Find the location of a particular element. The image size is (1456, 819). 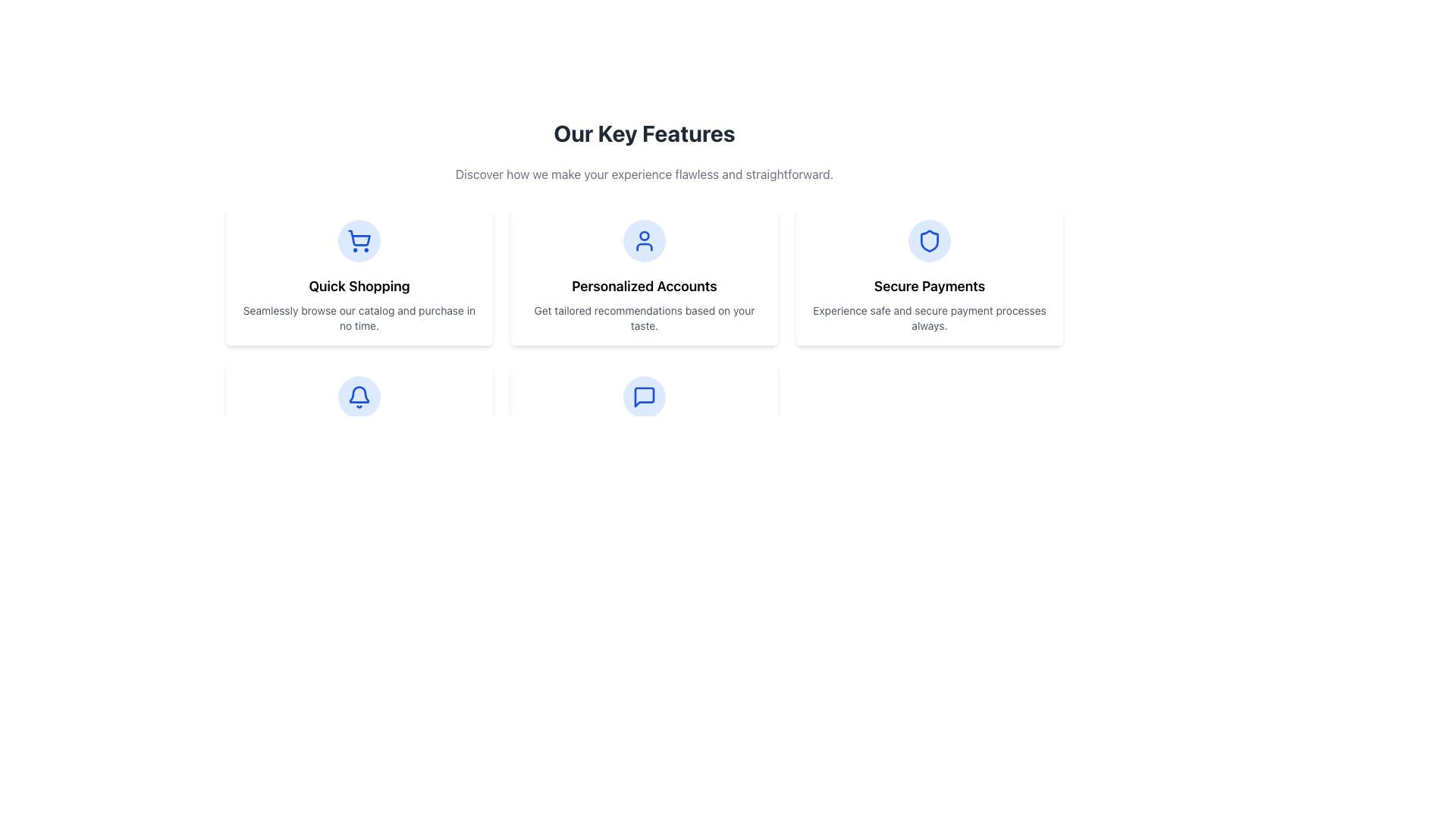

the 'Personalized Accounts' feature card which is the second card from the left in a grid layout, displaying a blue circular user profile icon, bold text 'Personalized Accounts', and a subtitle beneath it is located at coordinates (644, 277).